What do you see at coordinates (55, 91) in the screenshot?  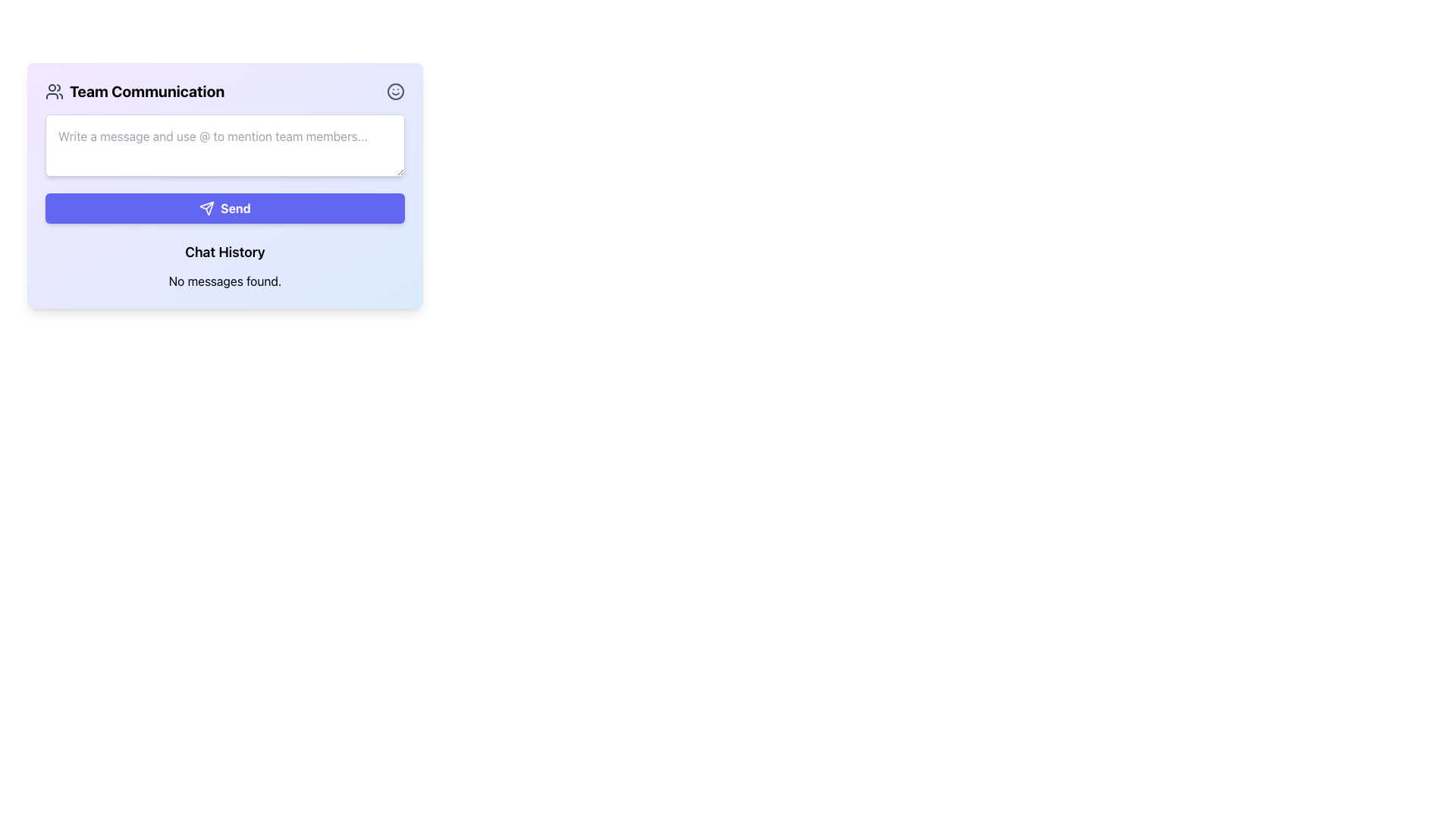 I see `the team communication icon located at the top-left corner of the 'Team Communication' panel` at bounding box center [55, 91].